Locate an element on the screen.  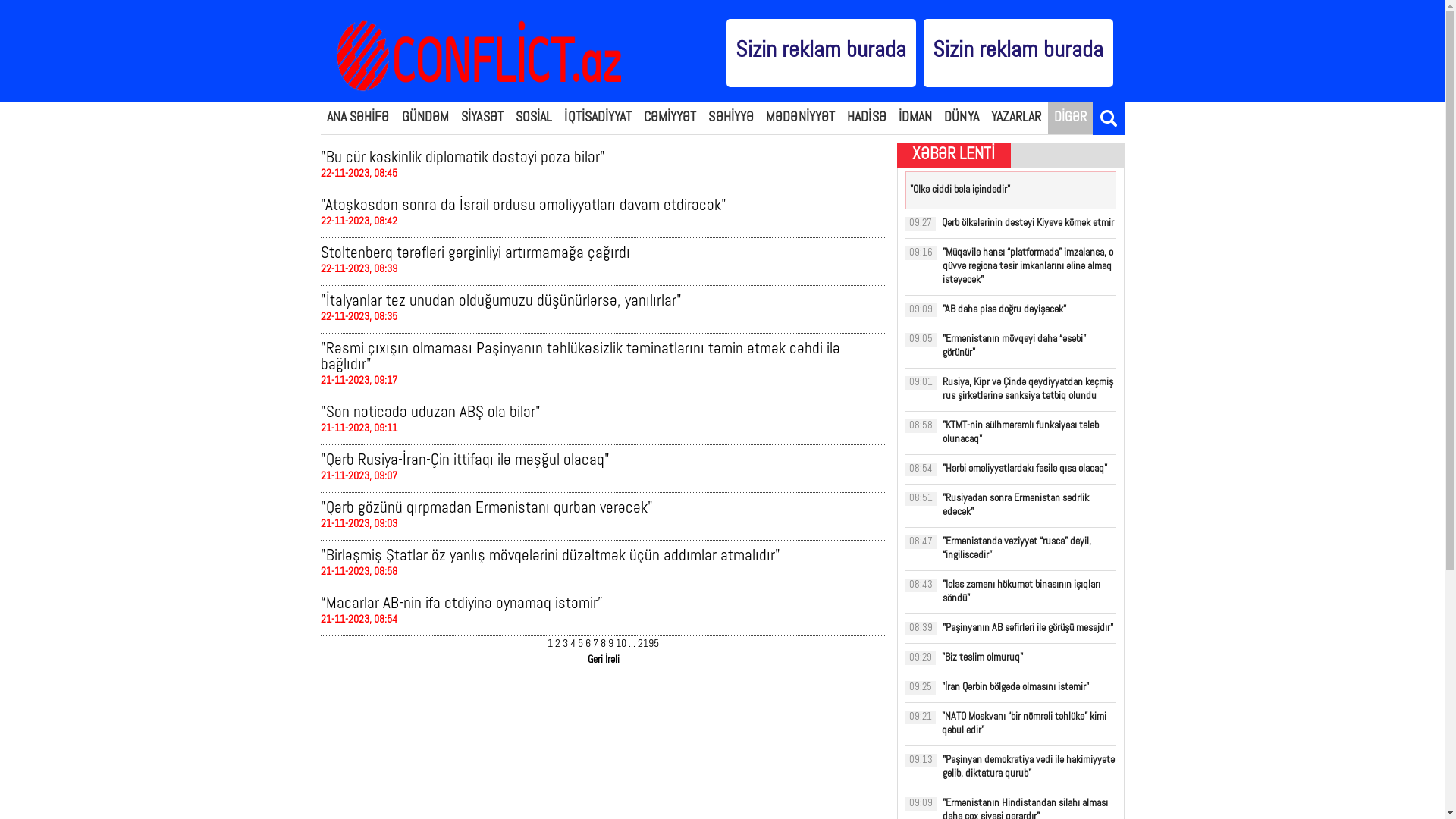
'YAZARLAR' is located at coordinates (985, 117).